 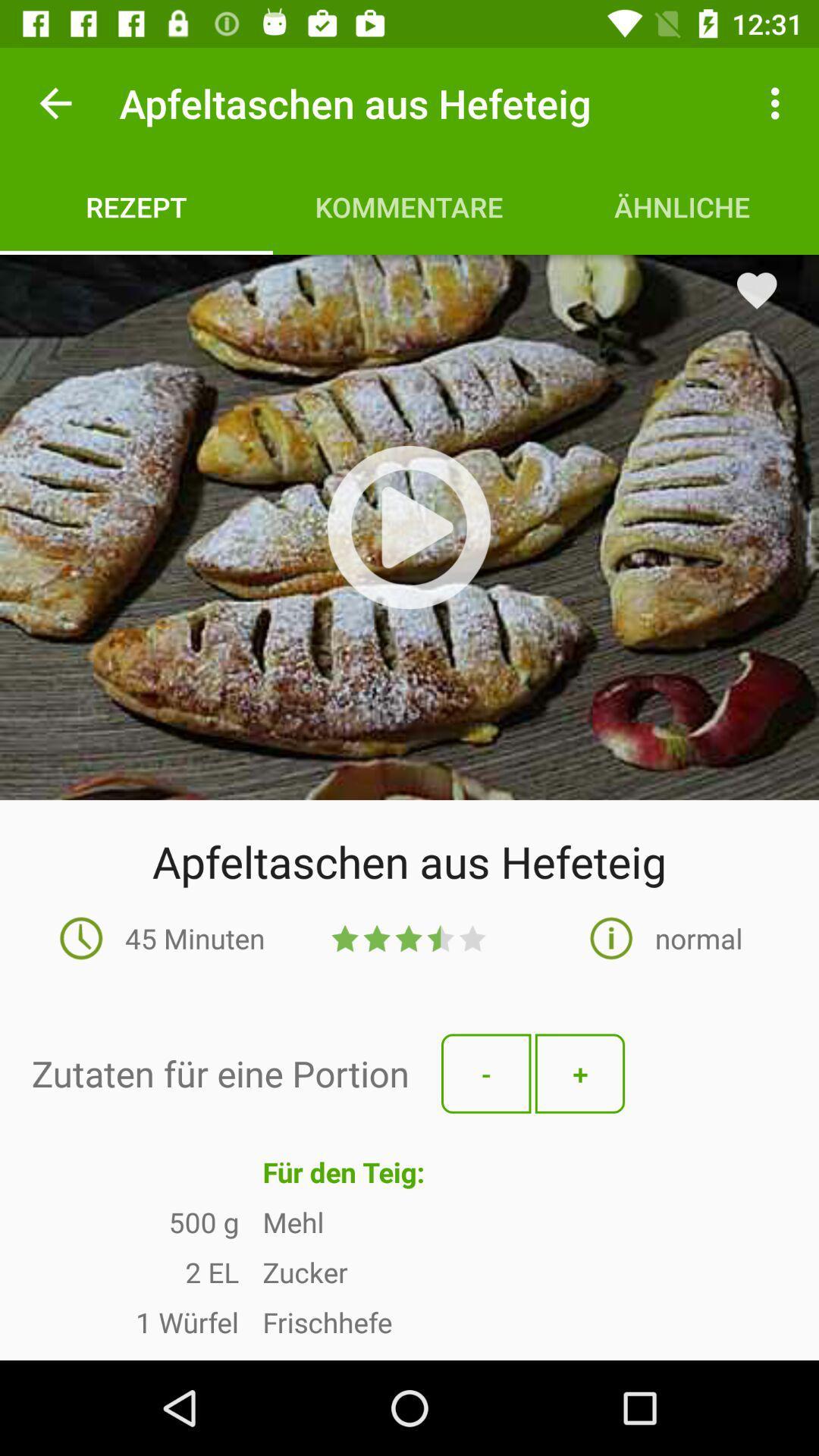 I want to click on advertisement, so click(x=409, y=527).